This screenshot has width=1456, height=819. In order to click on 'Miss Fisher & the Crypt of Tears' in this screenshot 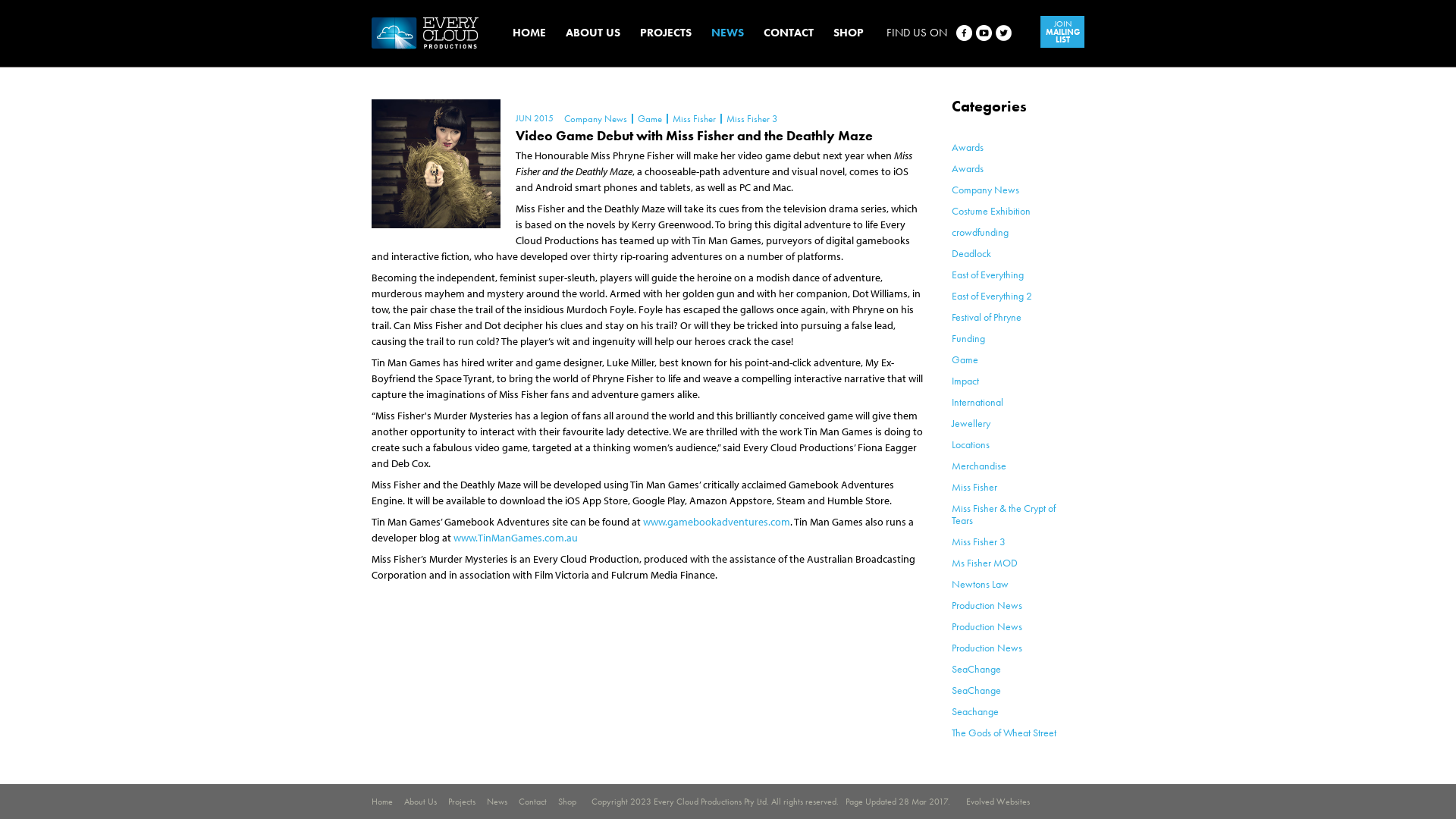, I will do `click(1003, 513)`.